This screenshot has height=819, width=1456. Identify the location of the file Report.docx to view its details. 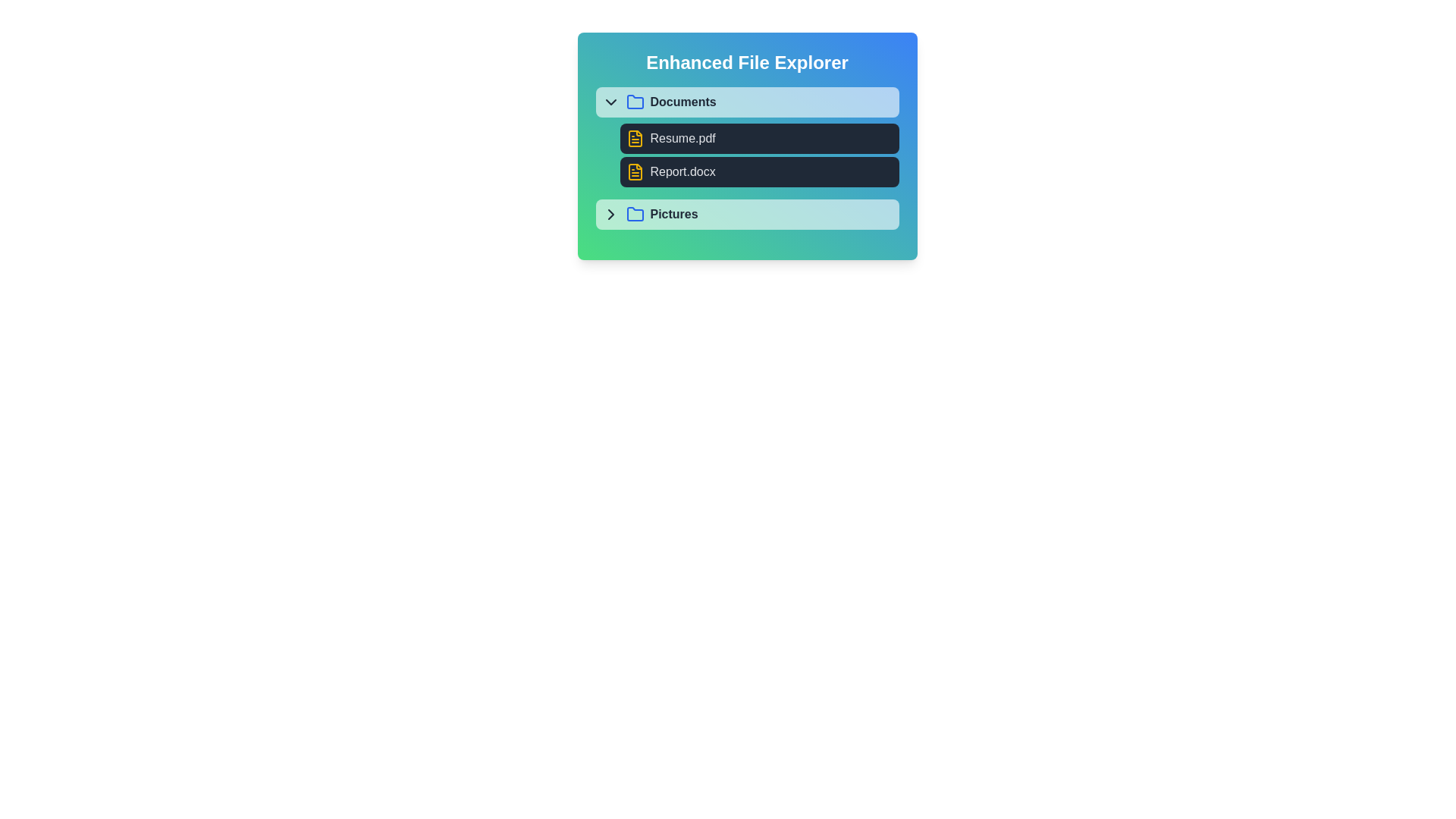
(759, 171).